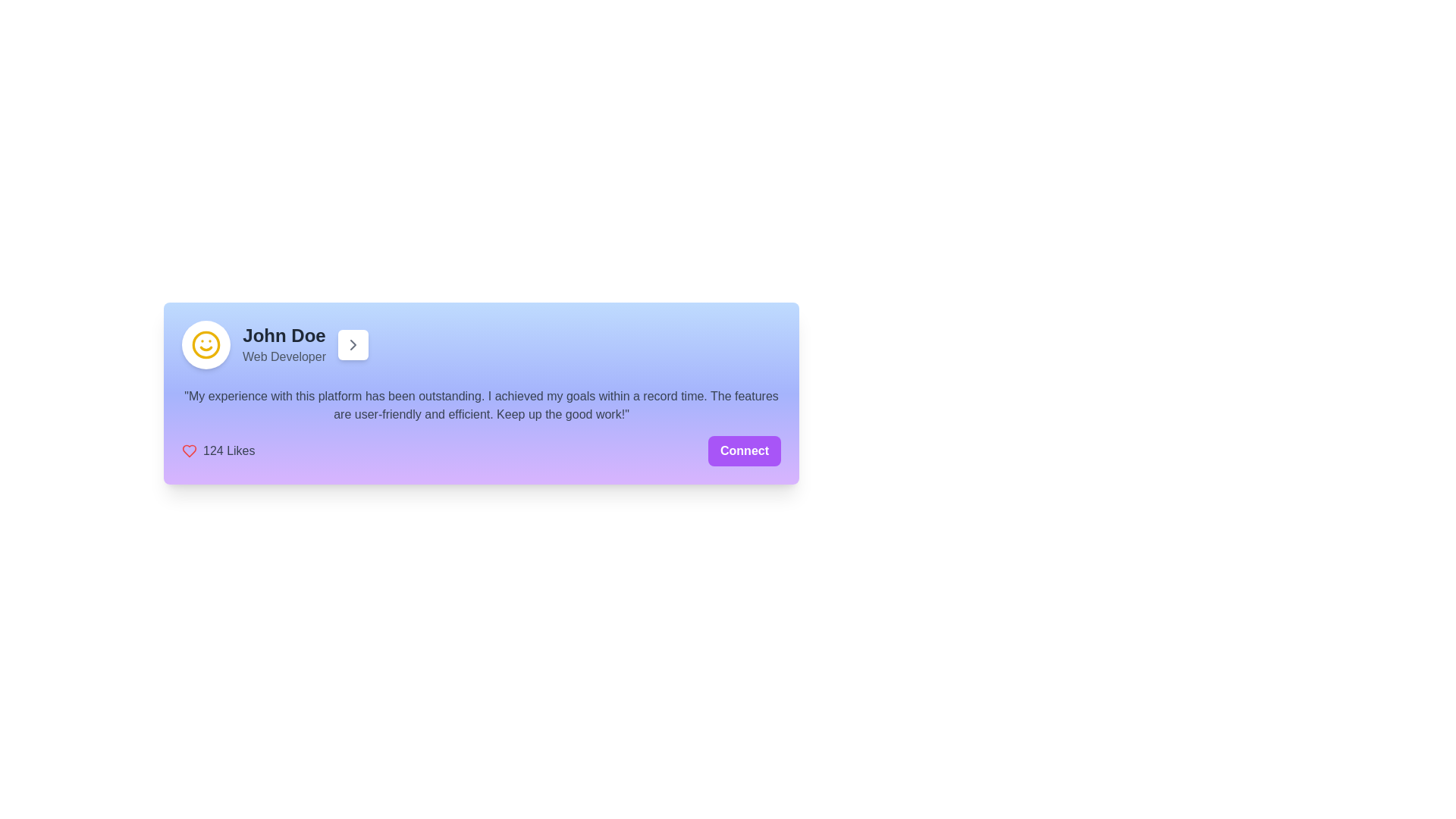 The width and height of the screenshot is (1456, 819). What do you see at coordinates (228, 450) in the screenshot?
I see `the text label displaying '124 Likes', which is styled in medium gray on a light purple background, located on the lower-left corner of the card, second to the right of a red heart icon` at bounding box center [228, 450].